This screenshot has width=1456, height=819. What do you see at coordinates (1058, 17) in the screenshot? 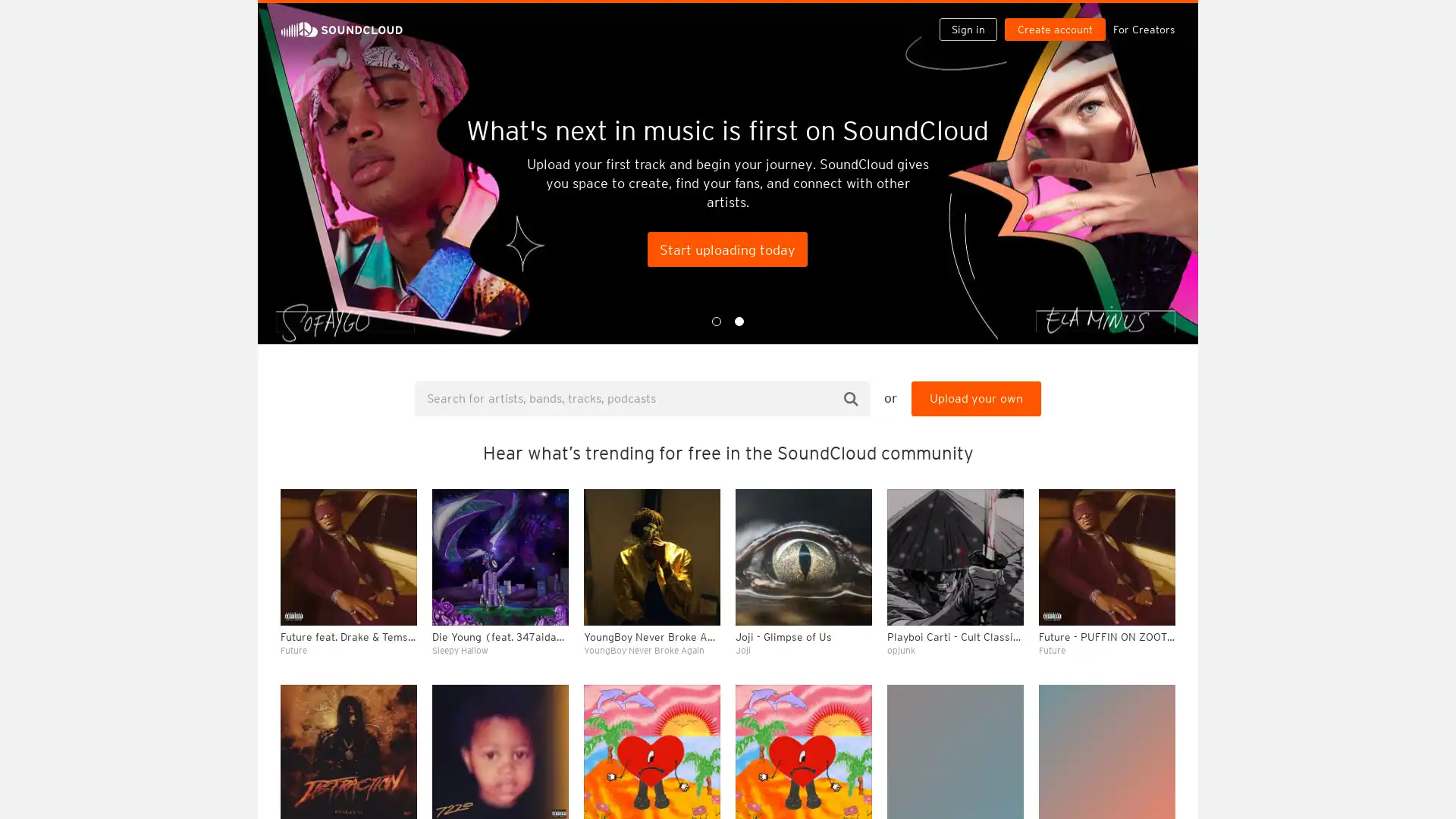
I see `Create a SoundCloud account` at bounding box center [1058, 17].